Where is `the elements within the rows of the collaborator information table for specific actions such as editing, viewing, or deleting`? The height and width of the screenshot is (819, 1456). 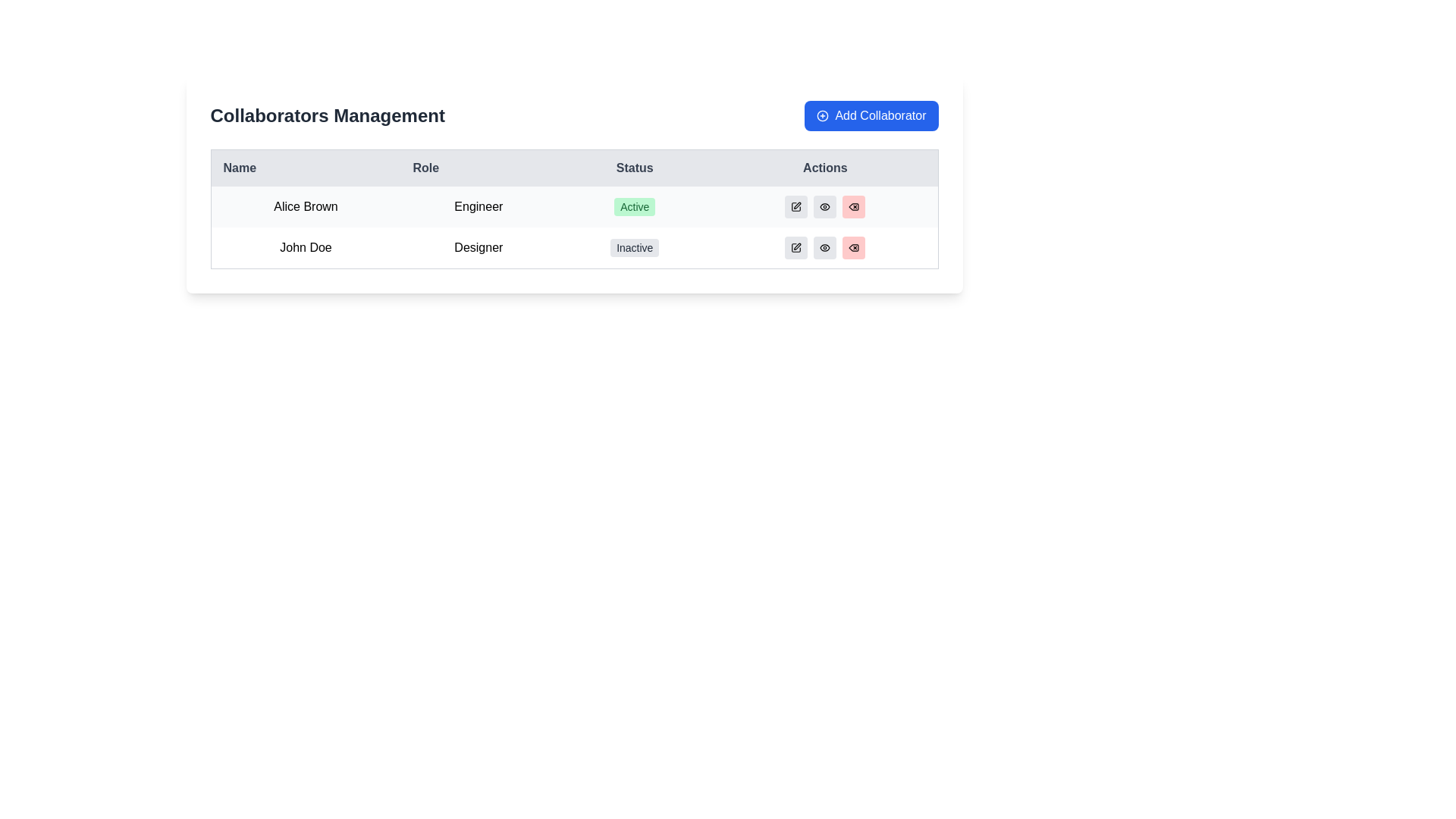 the elements within the rows of the collaborator information table for specific actions such as editing, viewing, or deleting is located at coordinates (573, 209).